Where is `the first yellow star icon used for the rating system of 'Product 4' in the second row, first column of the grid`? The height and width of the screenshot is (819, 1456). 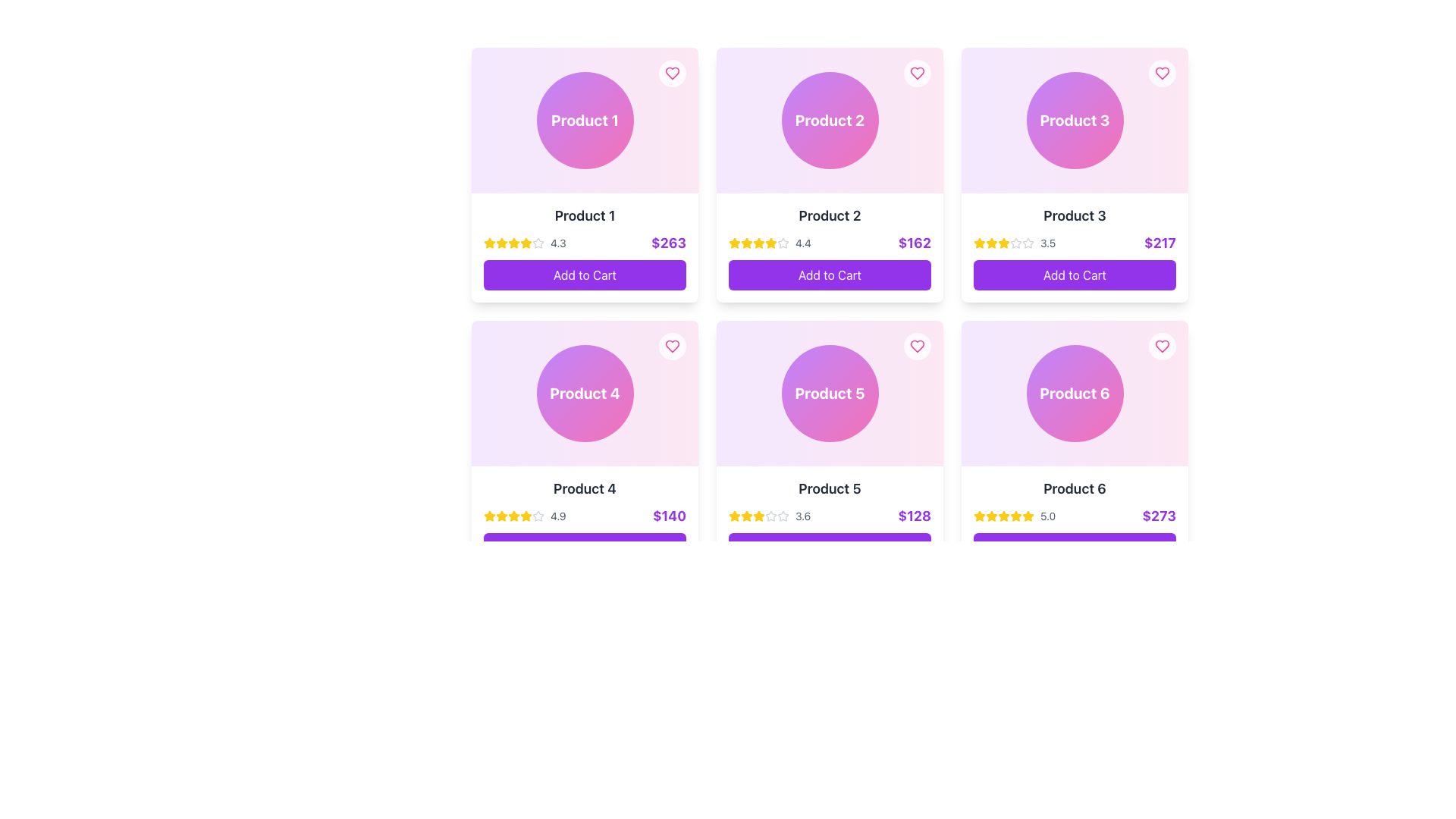 the first yellow star icon used for the rating system of 'Product 4' in the second row, first column of the grid is located at coordinates (490, 516).